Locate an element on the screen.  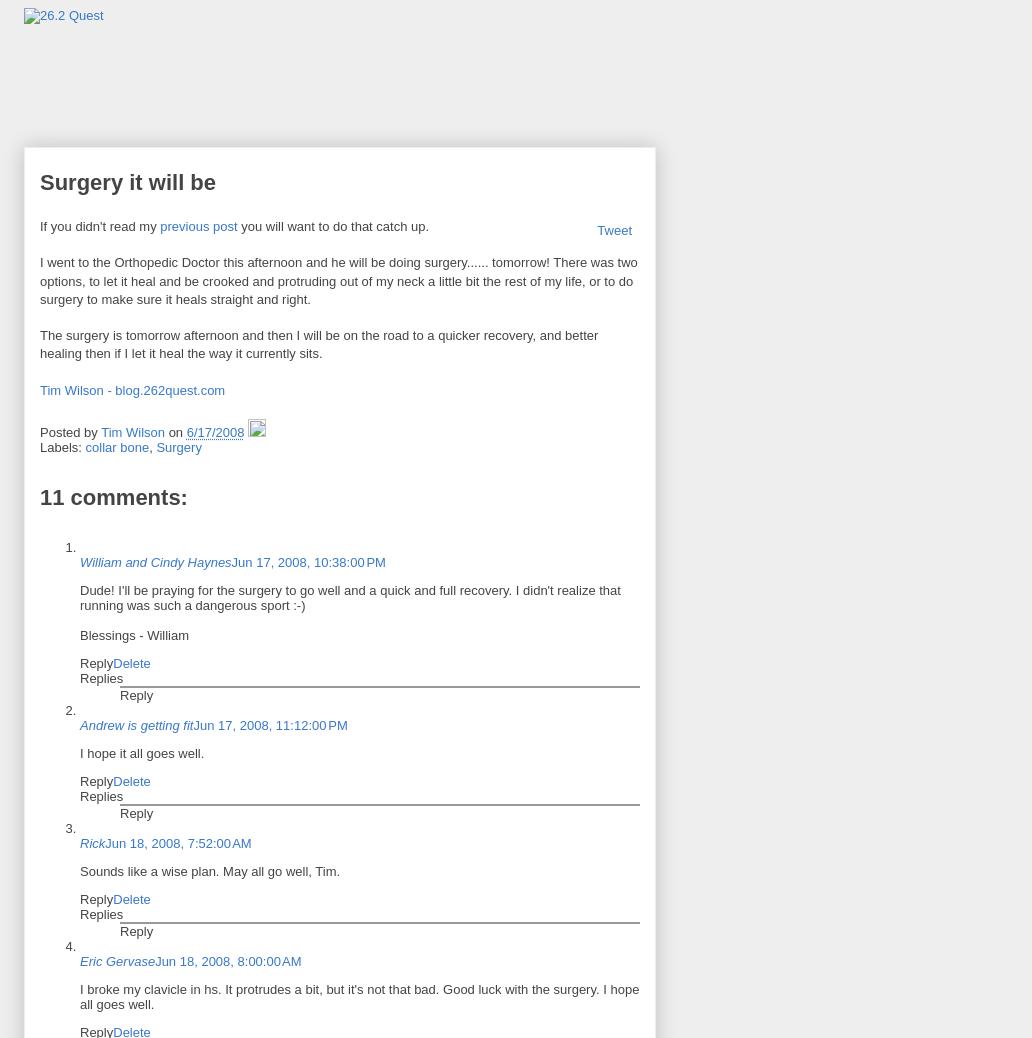
'previous post' is located at coordinates (197, 225).